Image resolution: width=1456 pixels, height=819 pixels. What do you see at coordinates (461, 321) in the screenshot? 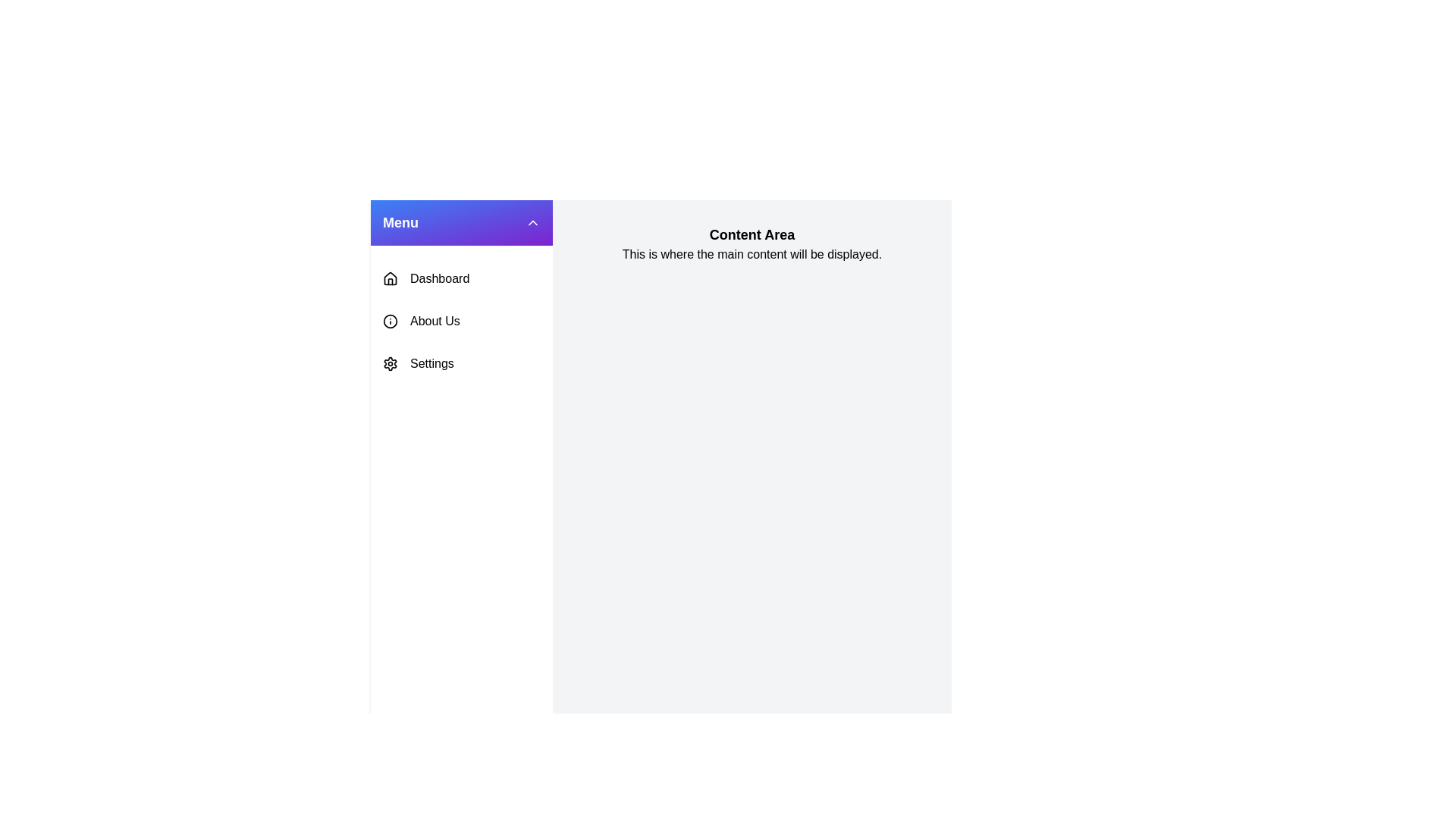
I see `the menu item About Us to observe its hover effect` at bounding box center [461, 321].